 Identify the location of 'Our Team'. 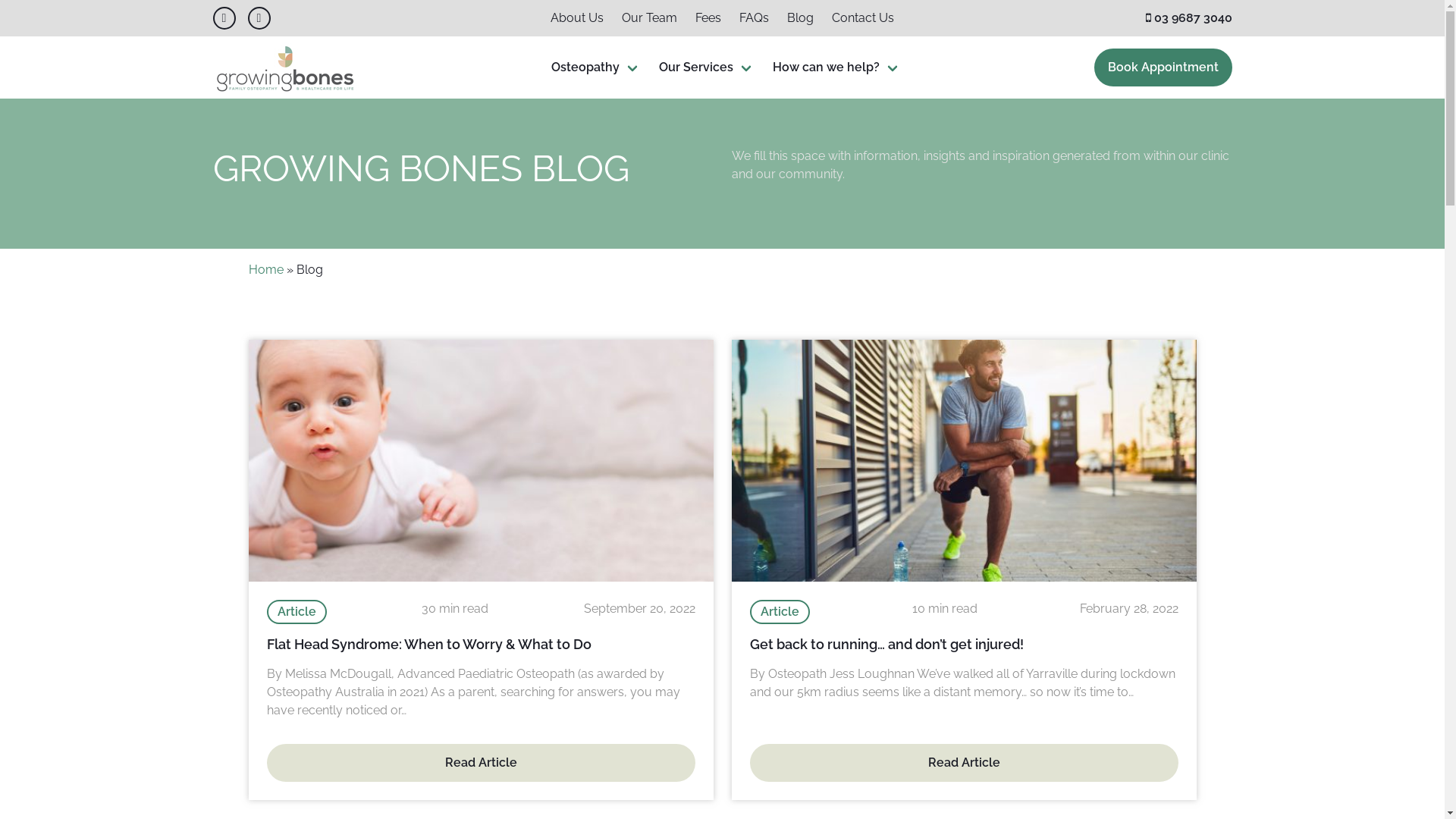
(649, 17).